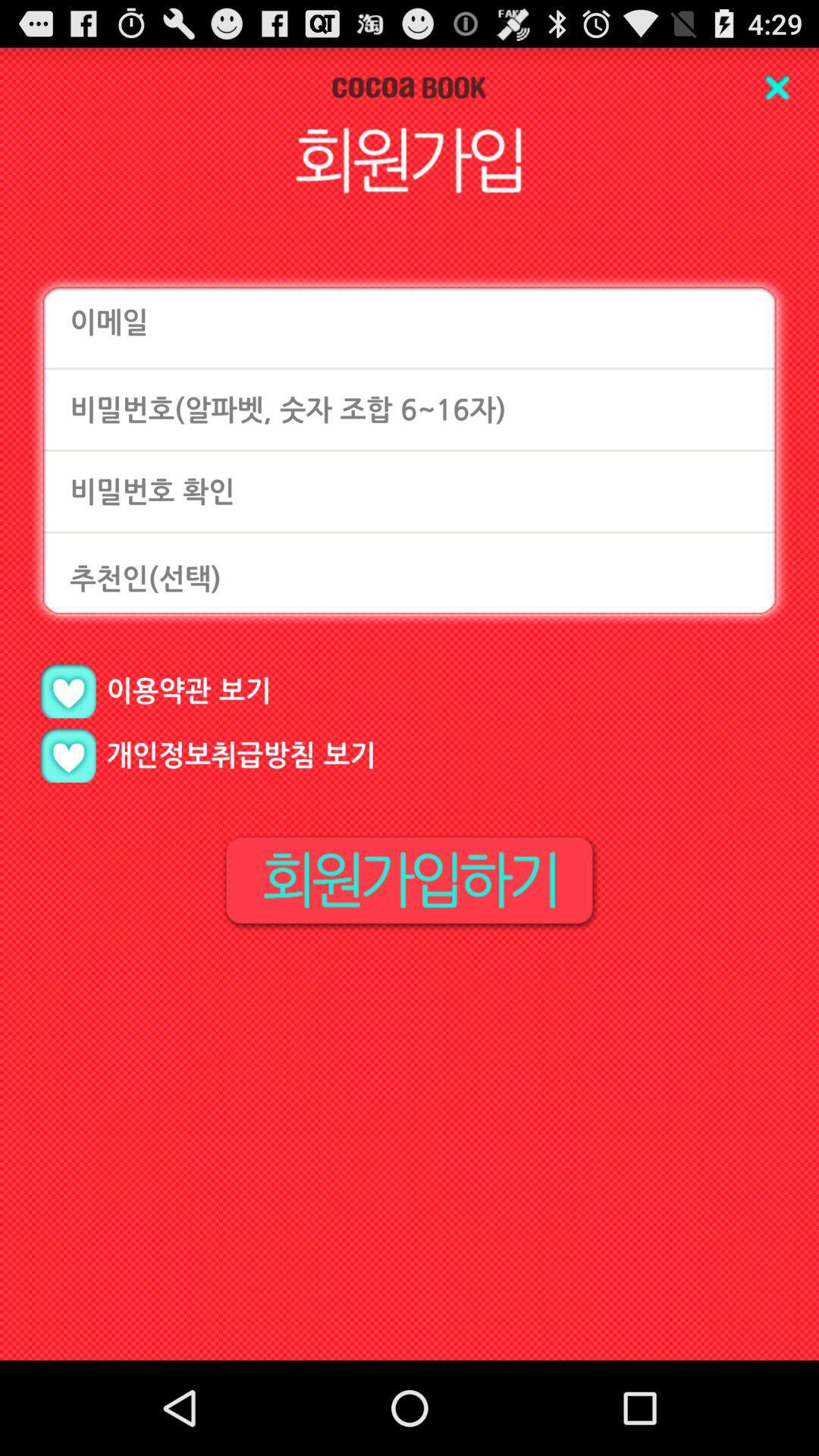 The height and width of the screenshot is (1456, 819). Describe the element at coordinates (777, 86) in the screenshot. I see `tab` at that location.